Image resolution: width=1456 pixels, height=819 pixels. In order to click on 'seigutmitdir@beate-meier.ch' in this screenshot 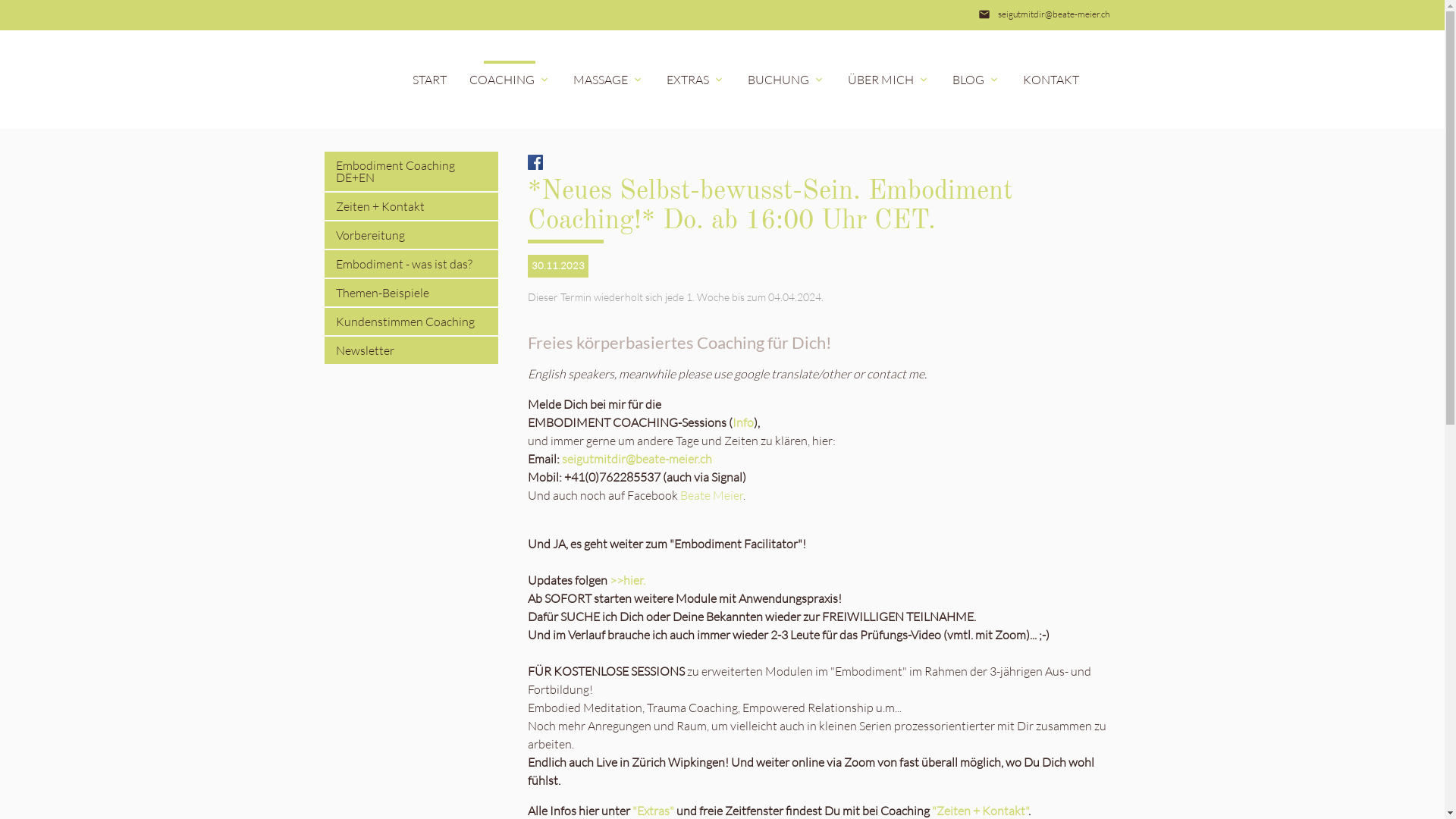, I will do `click(1053, 14)`.